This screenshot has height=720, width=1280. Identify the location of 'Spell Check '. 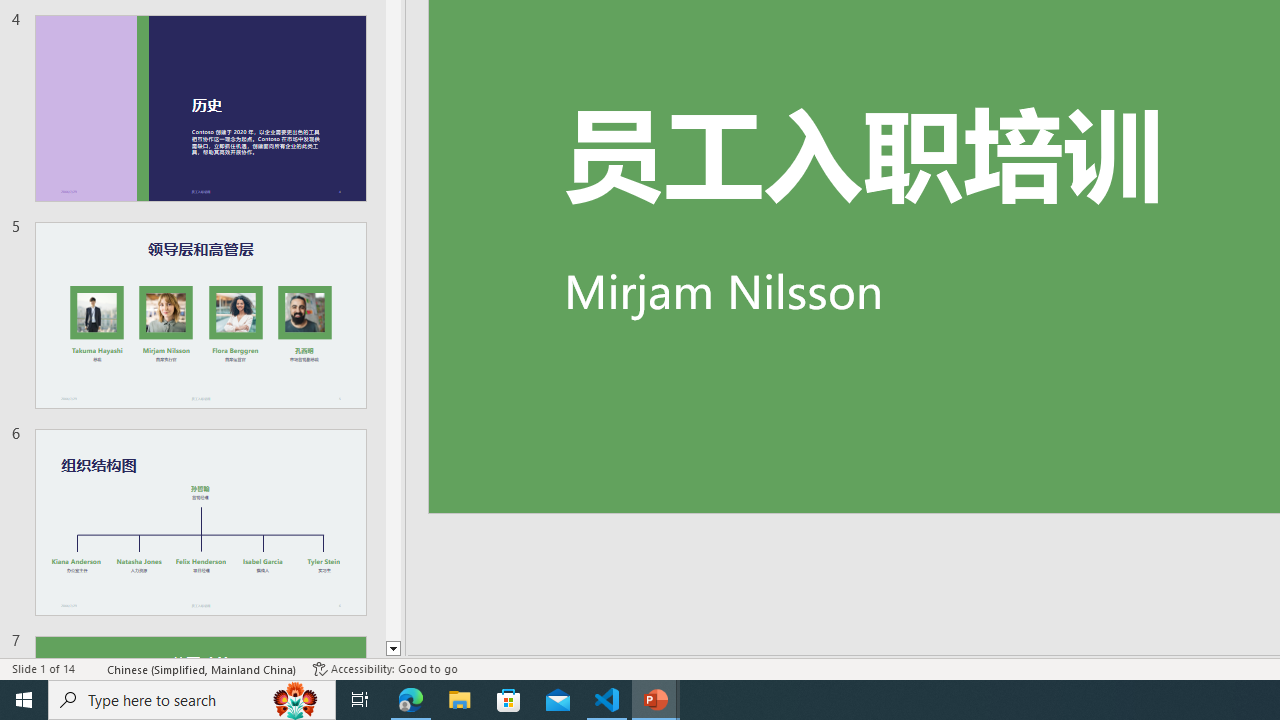
(91, 669).